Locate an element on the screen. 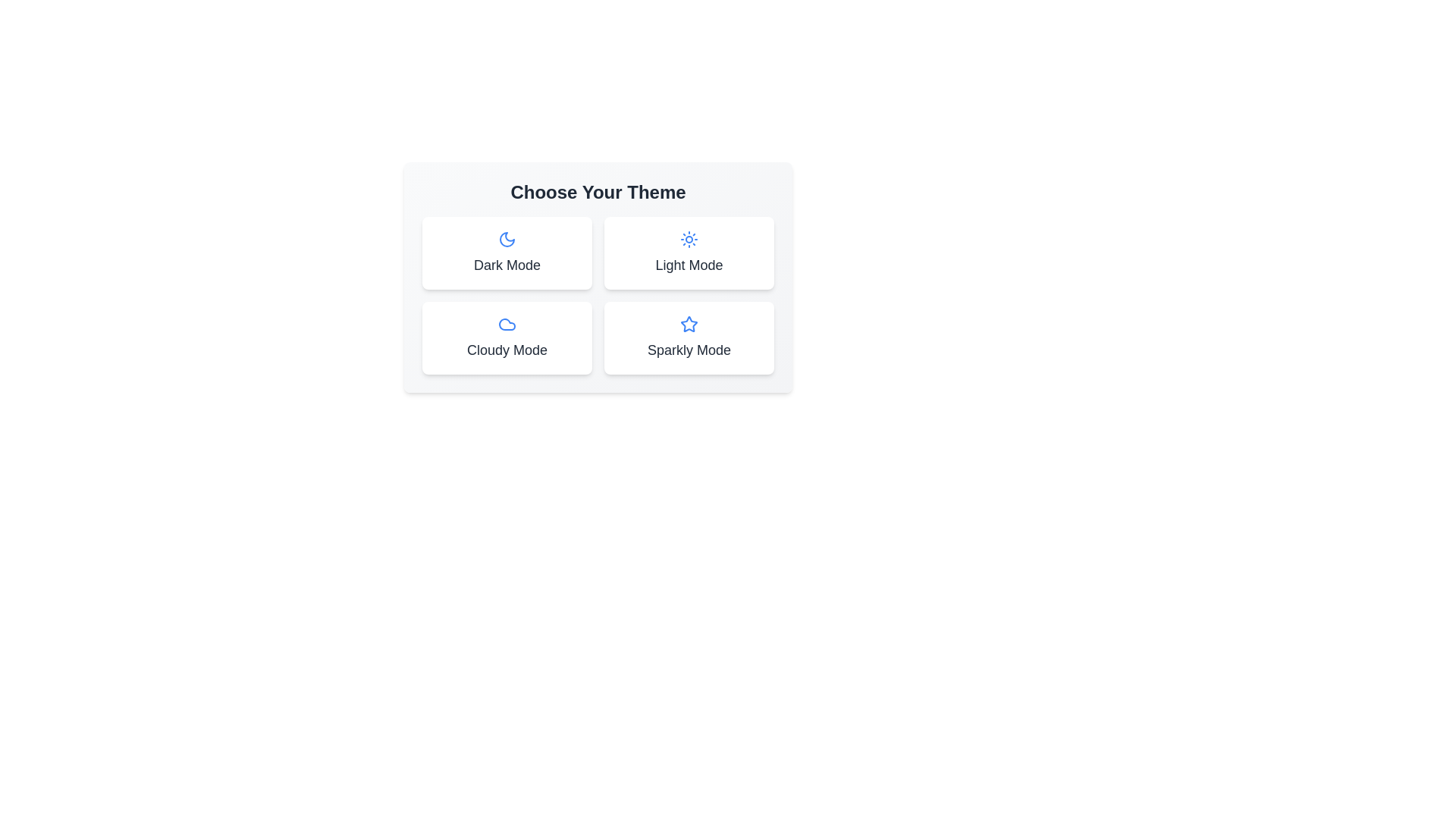  the 'Dark Mode' icon is located at coordinates (507, 239).